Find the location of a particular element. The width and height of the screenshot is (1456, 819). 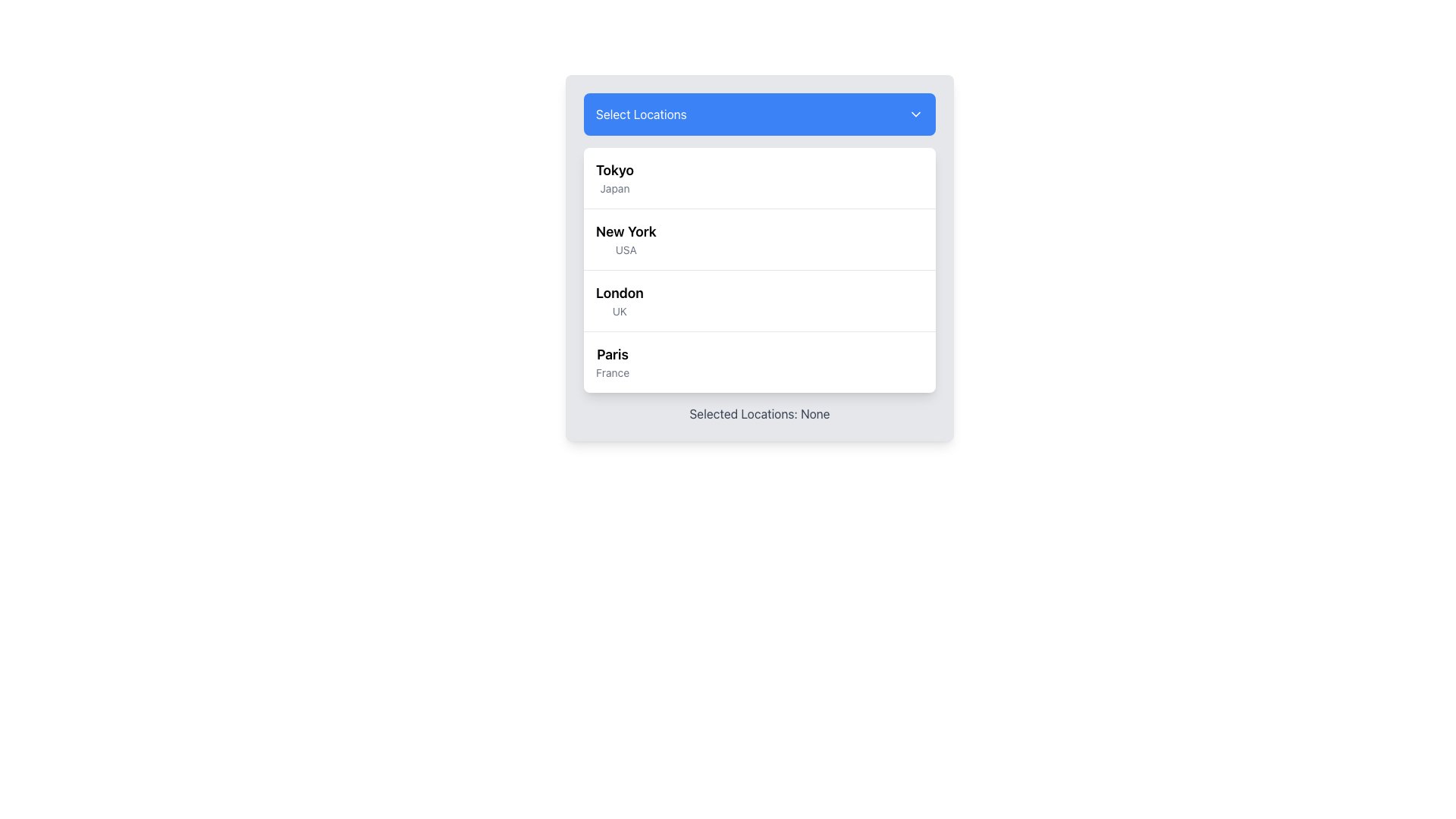

the selectable list item representing 'New York, USA' is located at coordinates (760, 239).